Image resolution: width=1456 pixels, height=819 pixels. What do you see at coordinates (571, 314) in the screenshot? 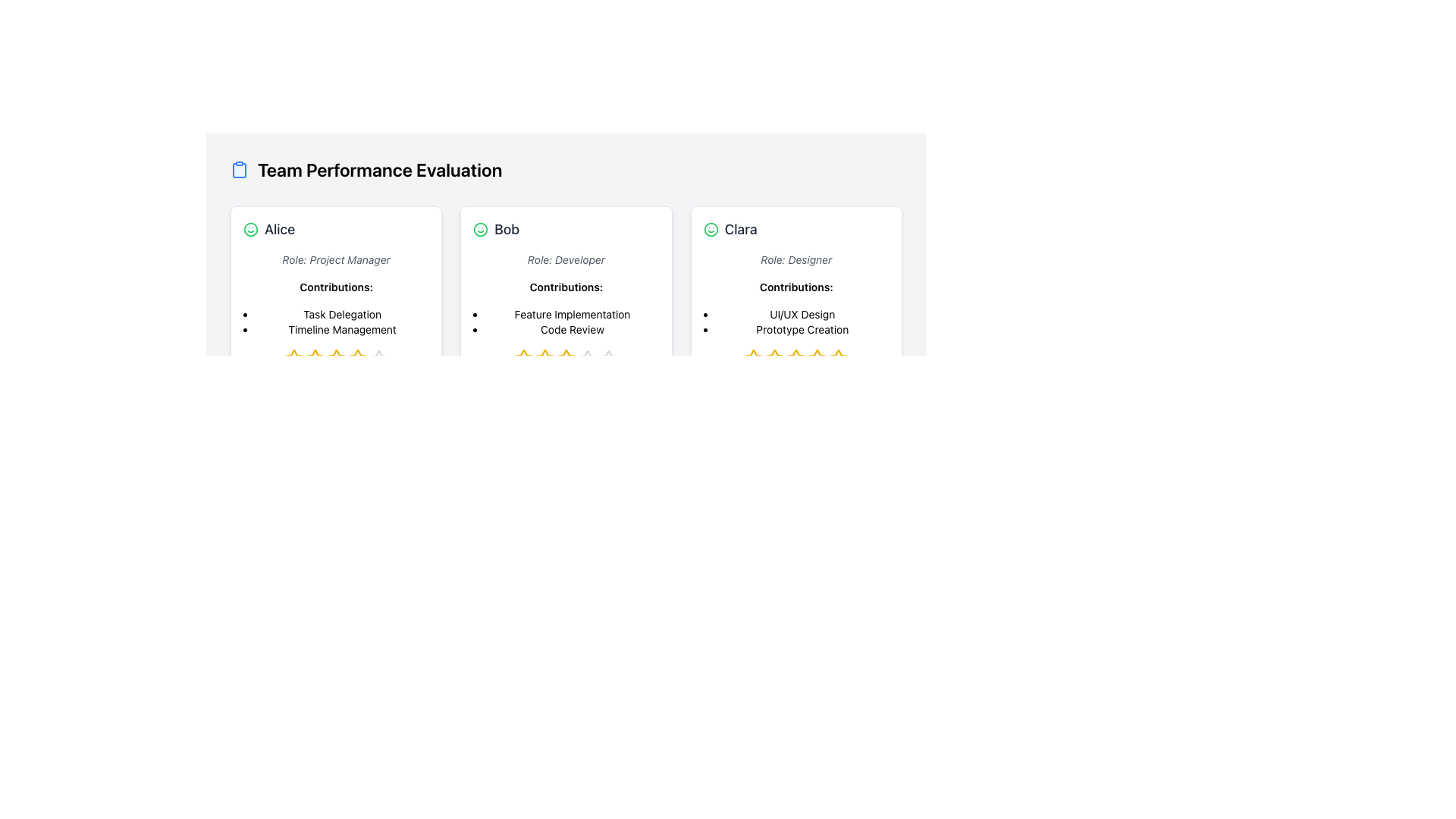
I see `text node that reads 'Feature Implementation', which is the first bullet point under the 'Contributions' section in the card labeled 'Bob'` at bounding box center [571, 314].